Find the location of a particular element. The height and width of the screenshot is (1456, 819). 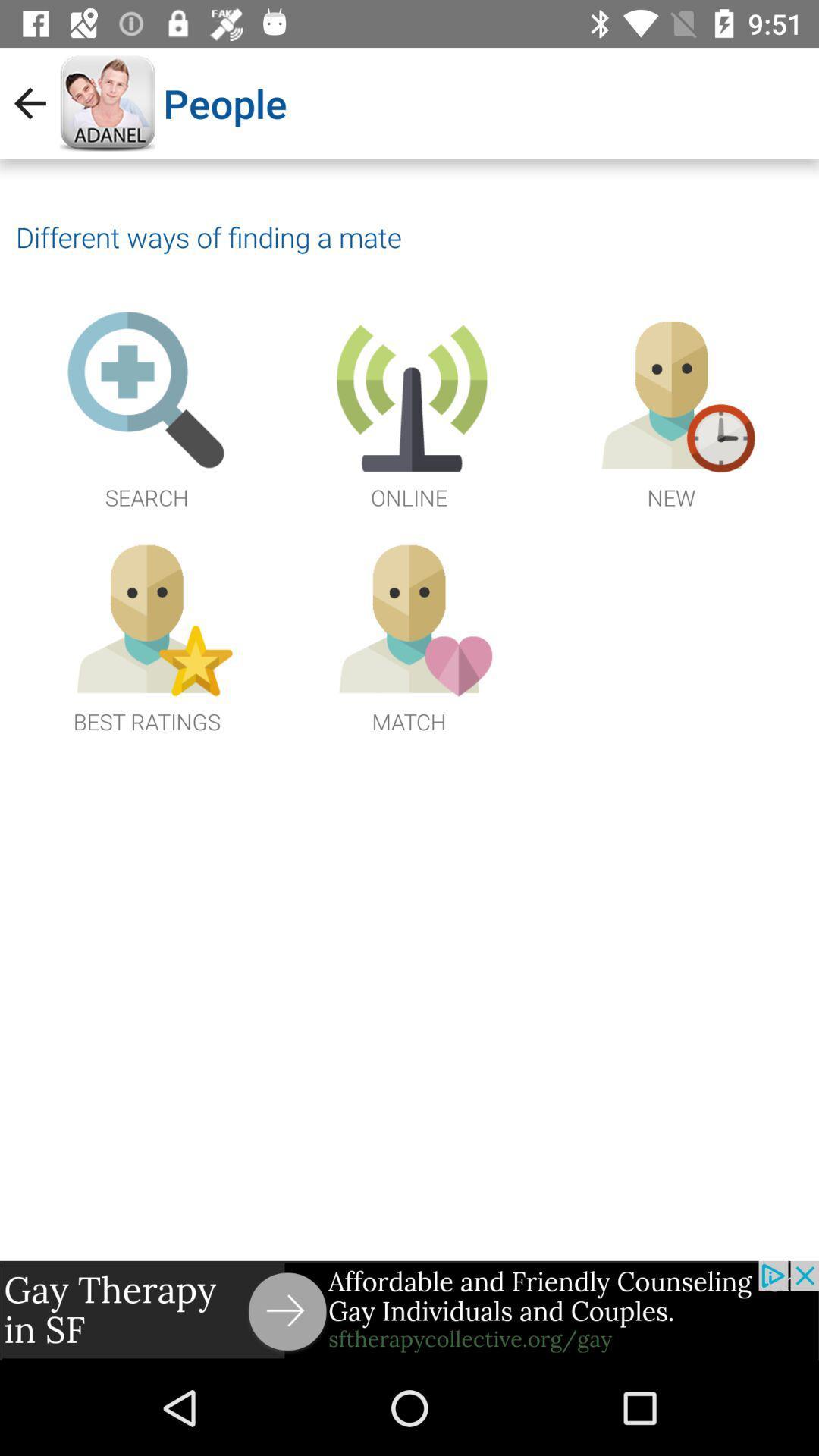

best ratings is located at coordinates (146, 634).